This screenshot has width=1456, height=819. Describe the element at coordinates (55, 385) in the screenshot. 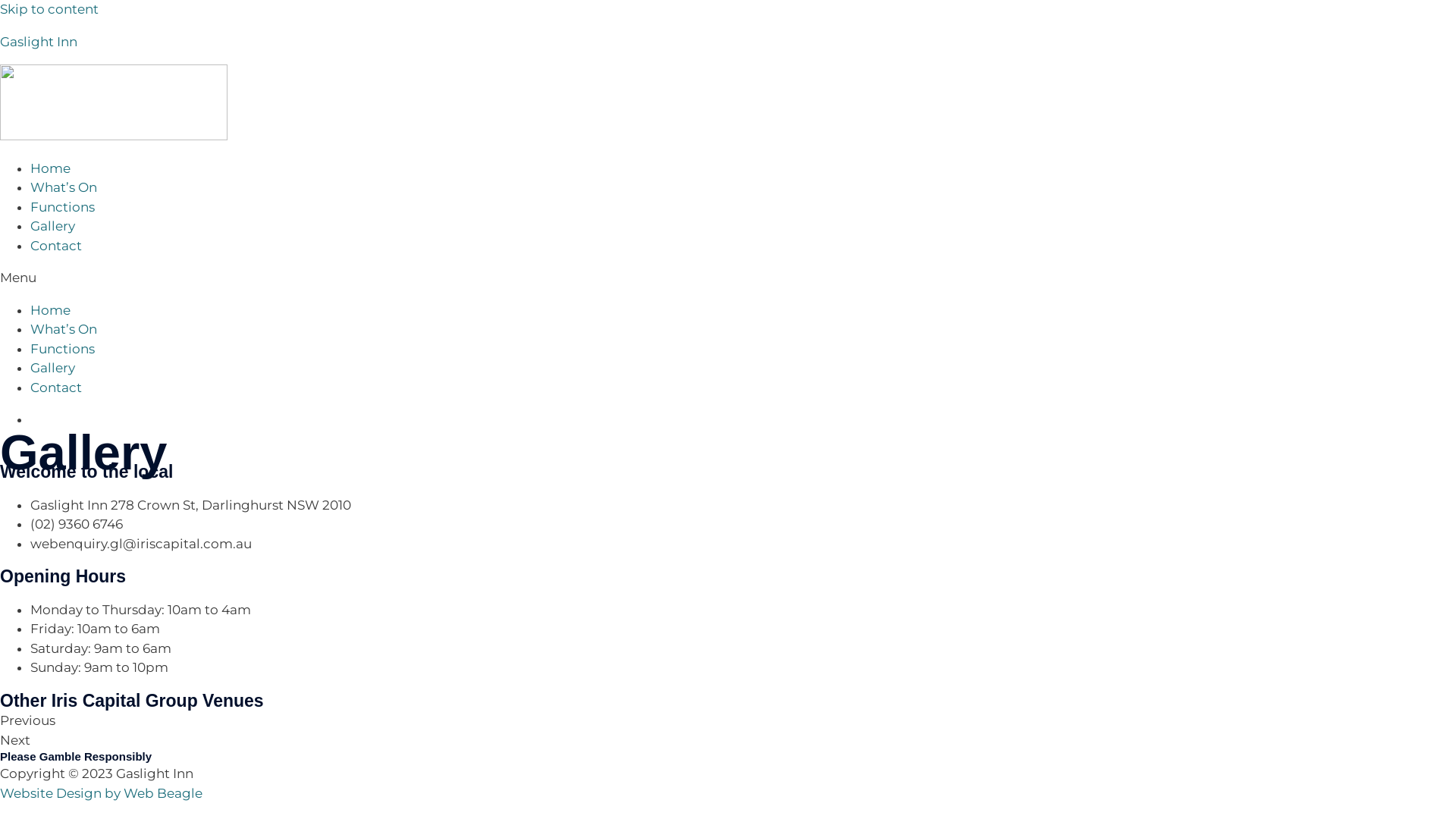

I see `'Contact'` at that location.